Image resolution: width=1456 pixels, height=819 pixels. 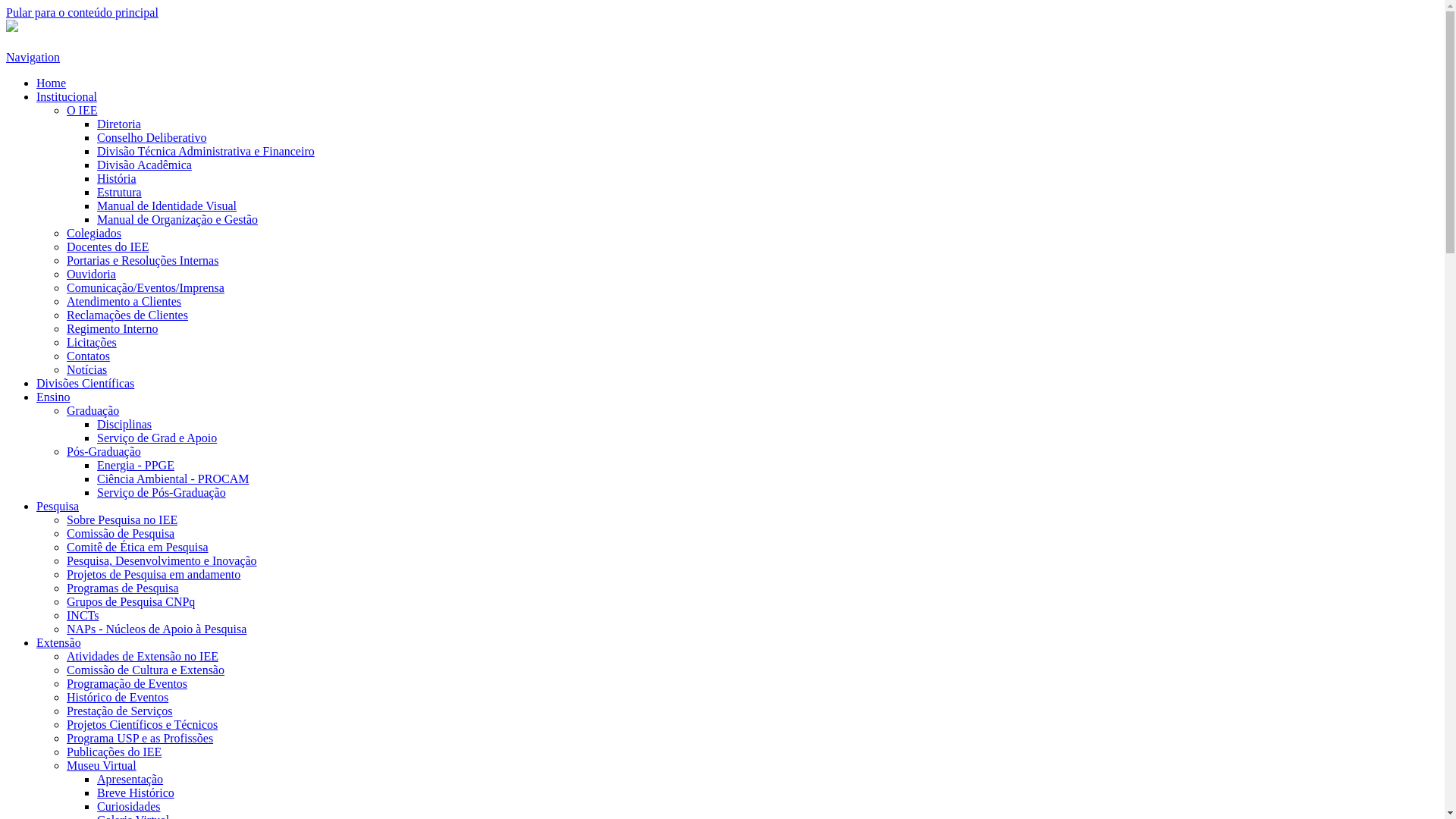 I want to click on 'Institucional', so click(x=65, y=96).